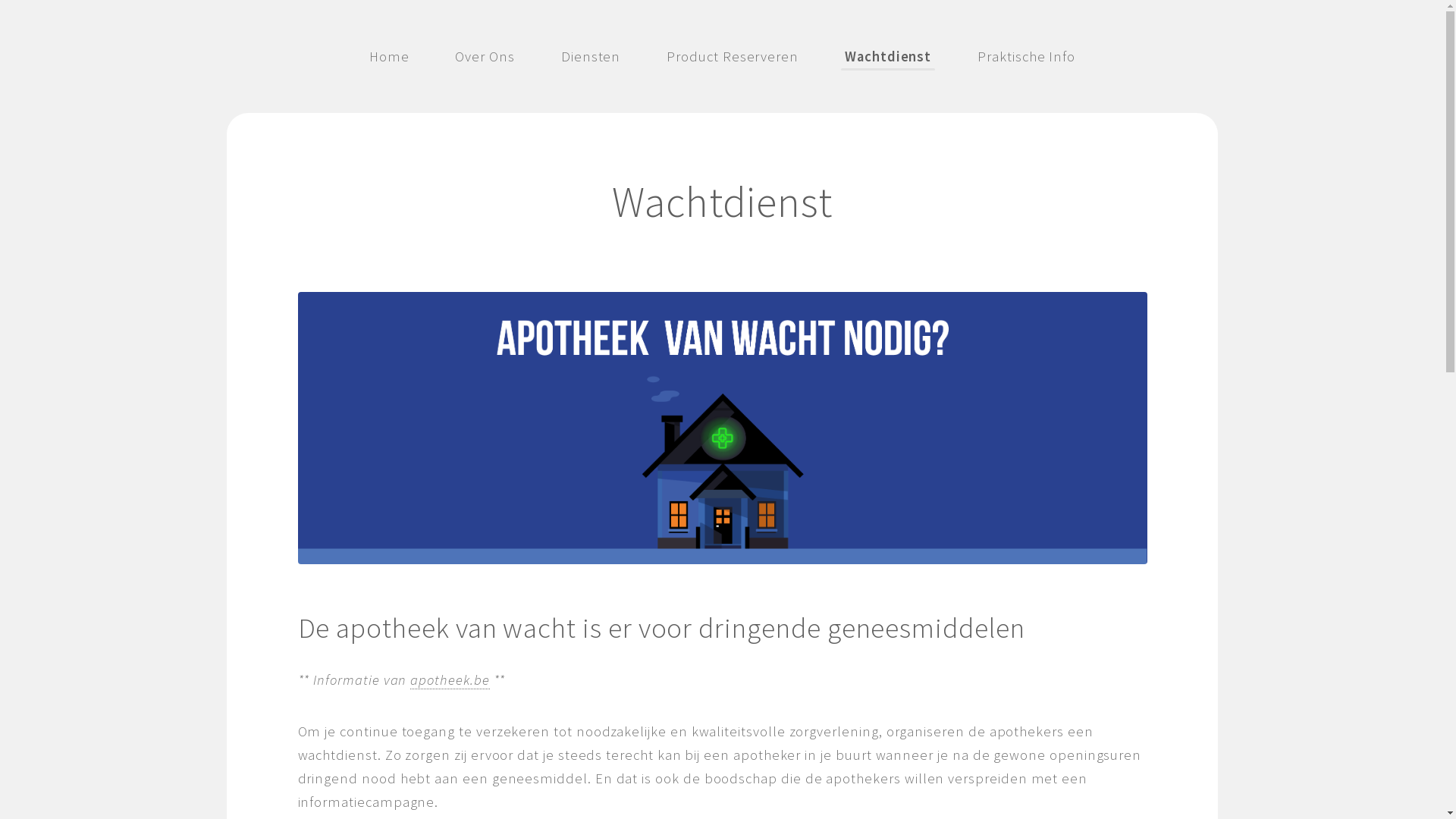  Describe the element at coordinates (389, 55) in the screenshot. I see `'Home'` at that location.